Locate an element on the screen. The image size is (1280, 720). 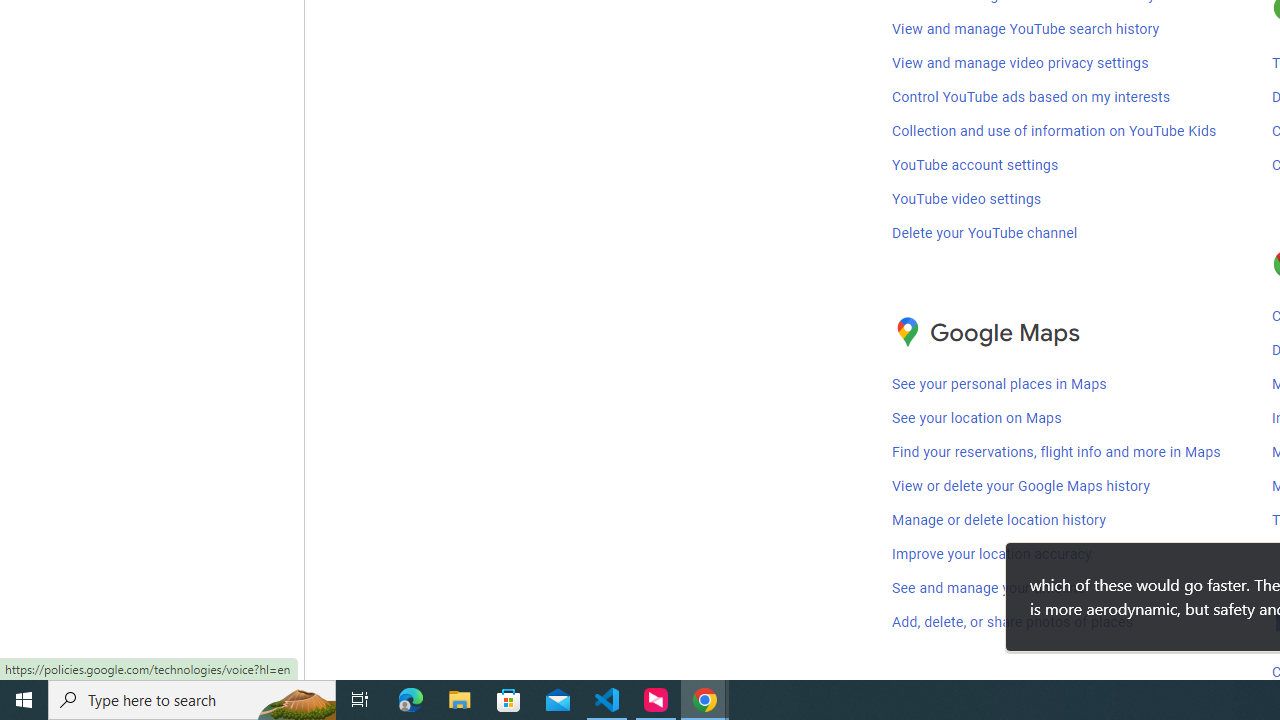
'View or delete your Google Maps history' is located at coordinates (1020, 487).